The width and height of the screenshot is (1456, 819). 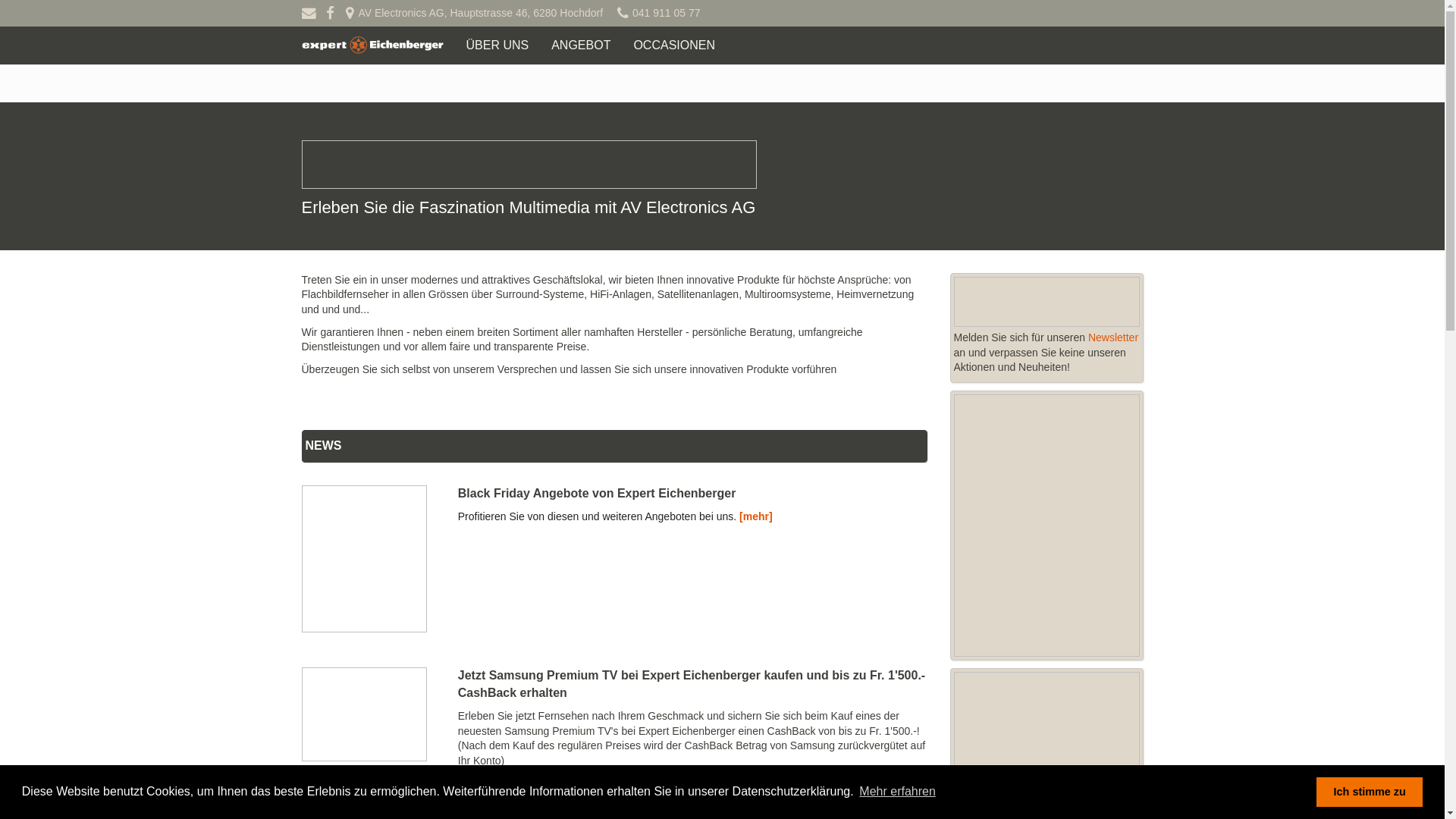 I want to click on '[mehr]', so click(x=756, y=516).